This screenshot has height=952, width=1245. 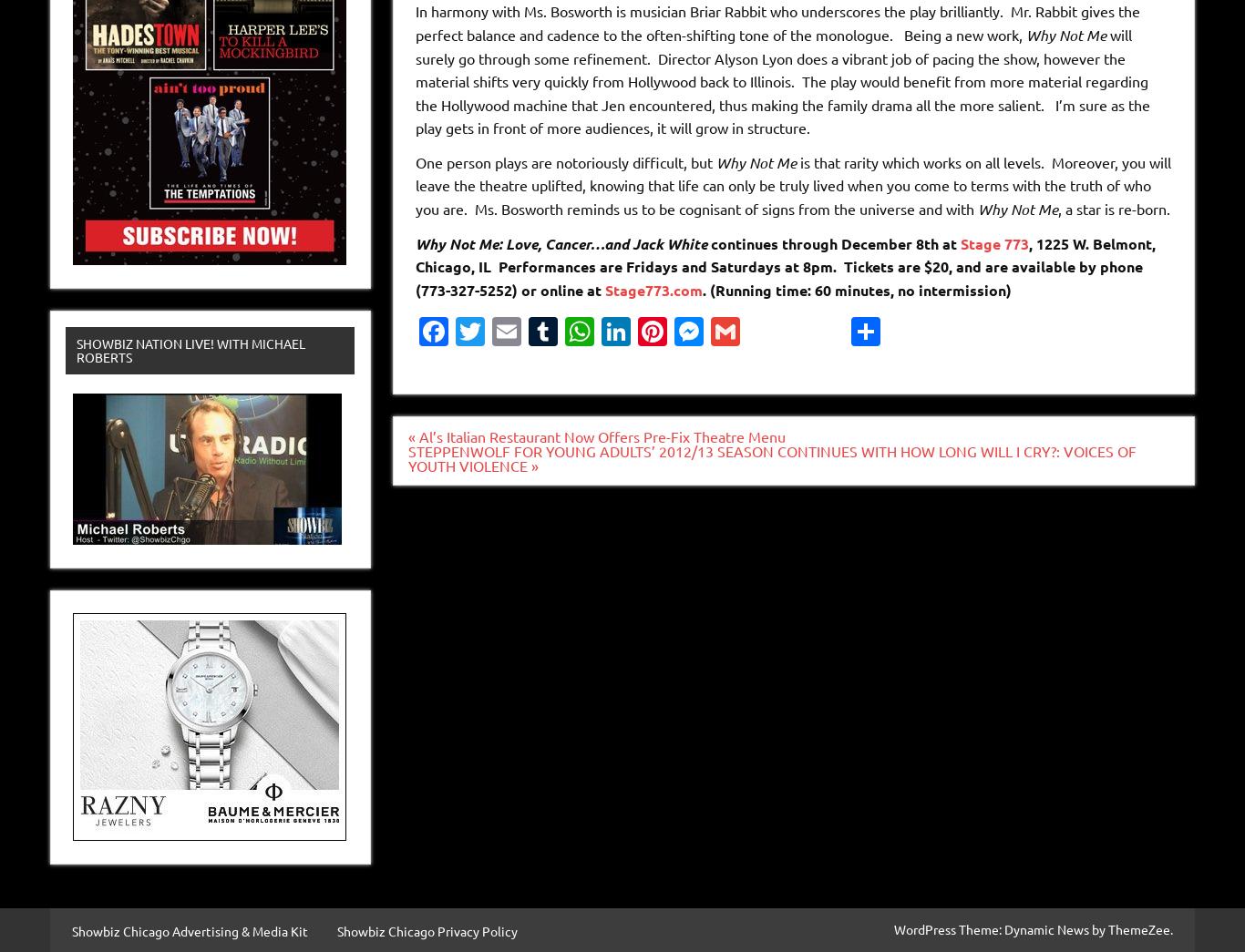 I want to click on 'Gmail', so click(x=751, y=374).